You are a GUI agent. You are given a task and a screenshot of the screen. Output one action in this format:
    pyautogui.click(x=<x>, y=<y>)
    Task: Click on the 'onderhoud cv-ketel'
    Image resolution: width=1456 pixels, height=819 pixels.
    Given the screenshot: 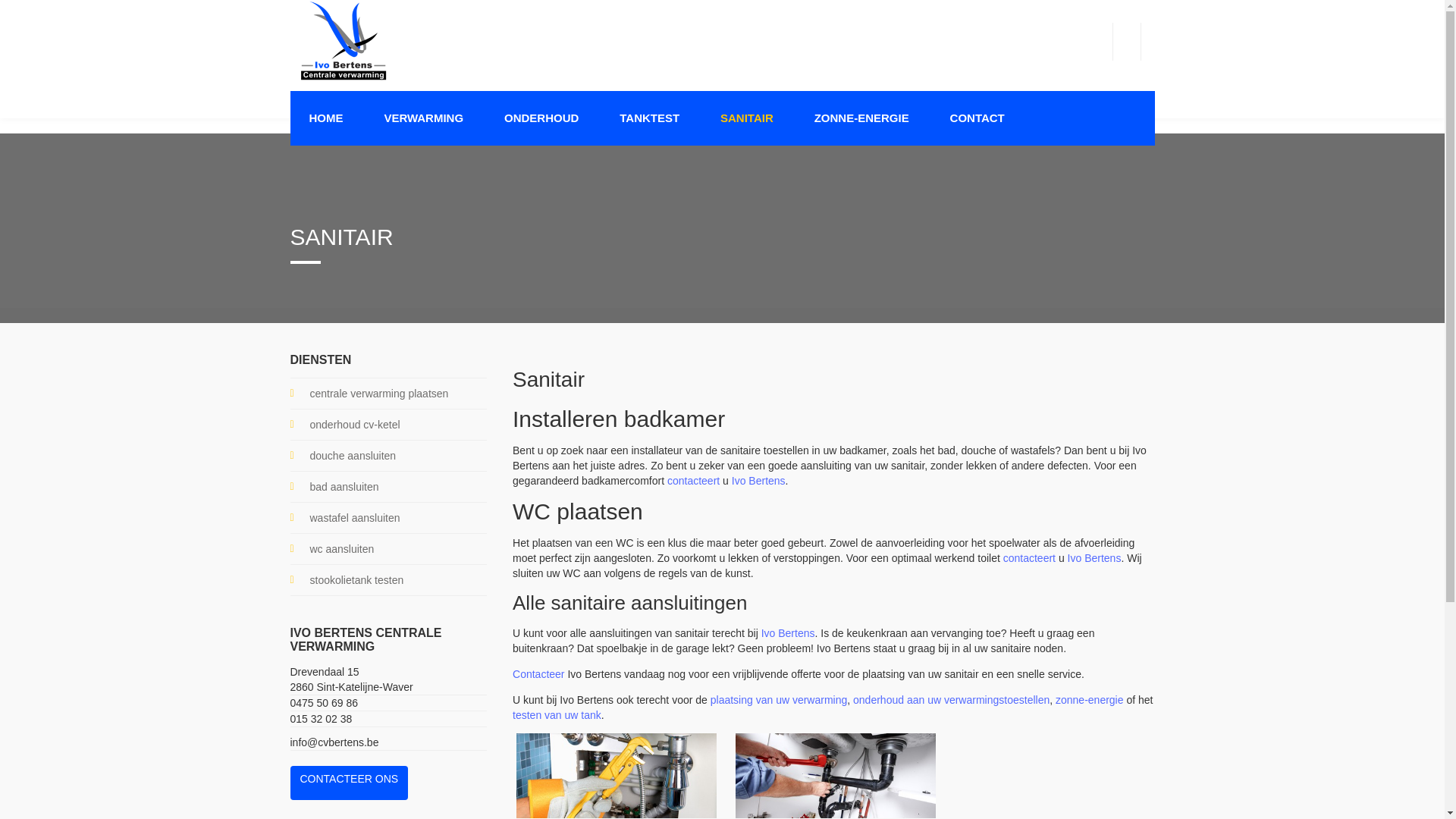 What is the action you would take?
    pyautogui.click(x=388, y=424)
    